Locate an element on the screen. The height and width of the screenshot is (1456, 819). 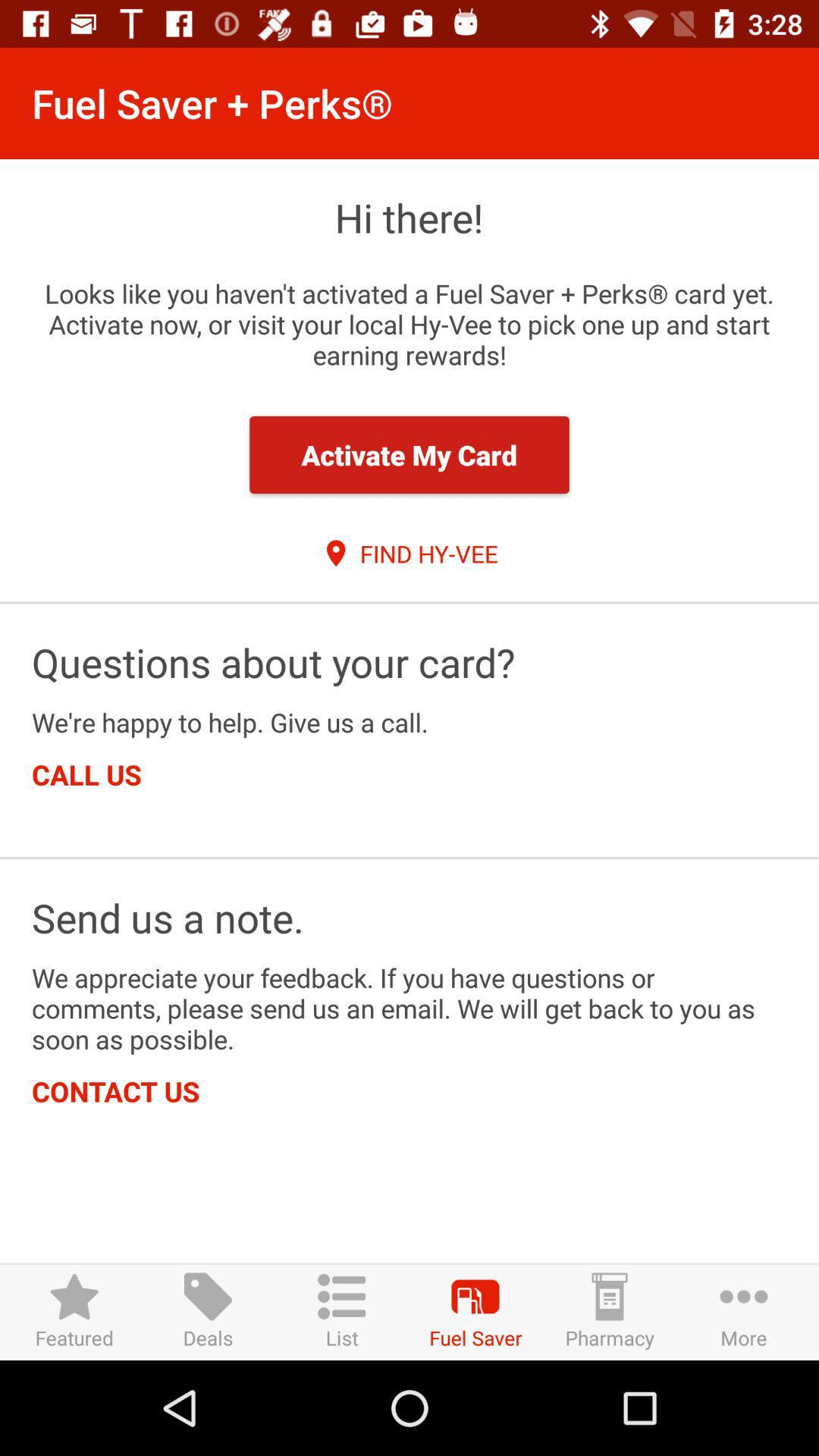
contact us icon is located at coordinates (115, 1090).